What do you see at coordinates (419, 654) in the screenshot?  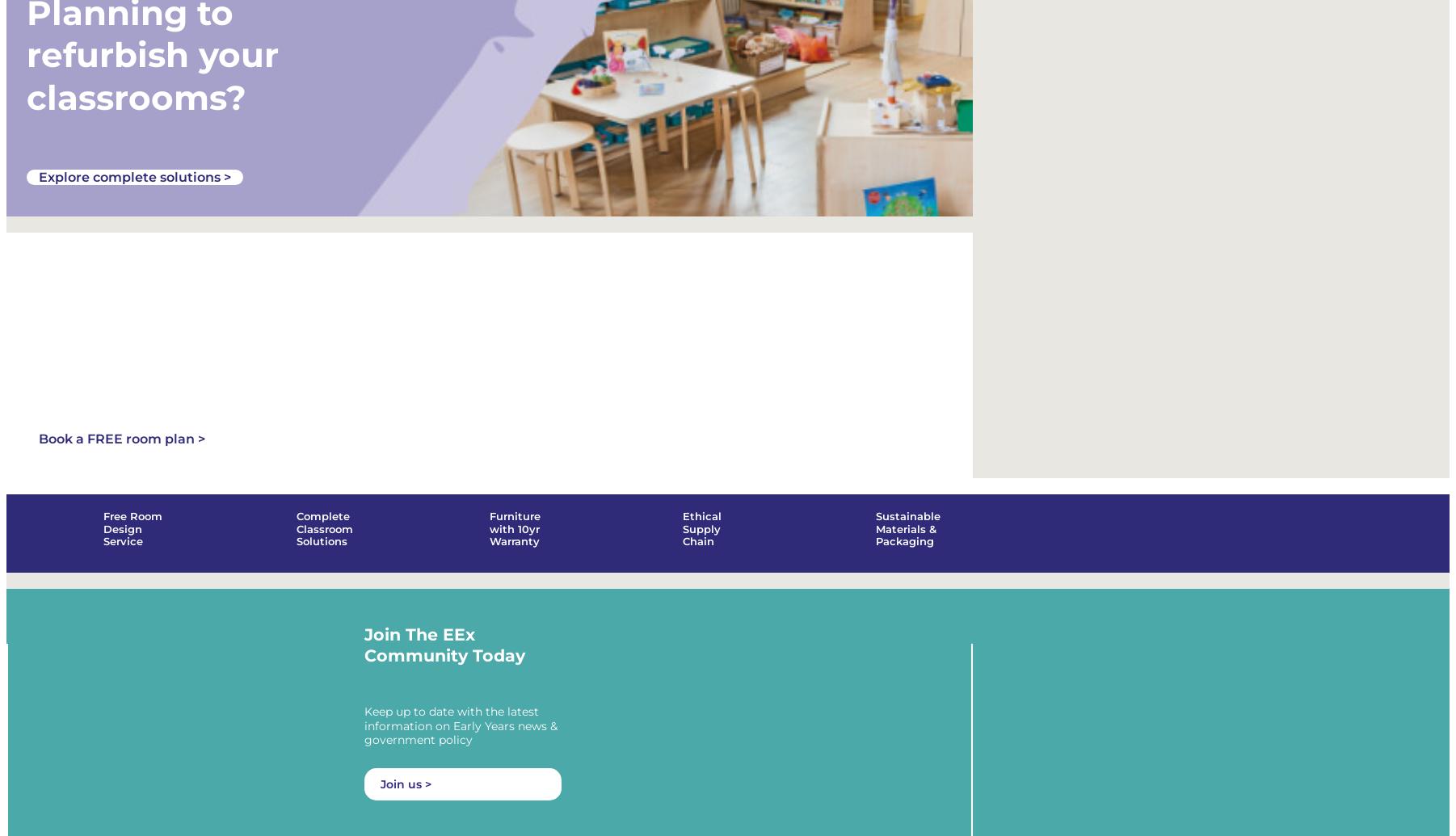 I see `'Join The EEx'` at bounding box center [419, 654].